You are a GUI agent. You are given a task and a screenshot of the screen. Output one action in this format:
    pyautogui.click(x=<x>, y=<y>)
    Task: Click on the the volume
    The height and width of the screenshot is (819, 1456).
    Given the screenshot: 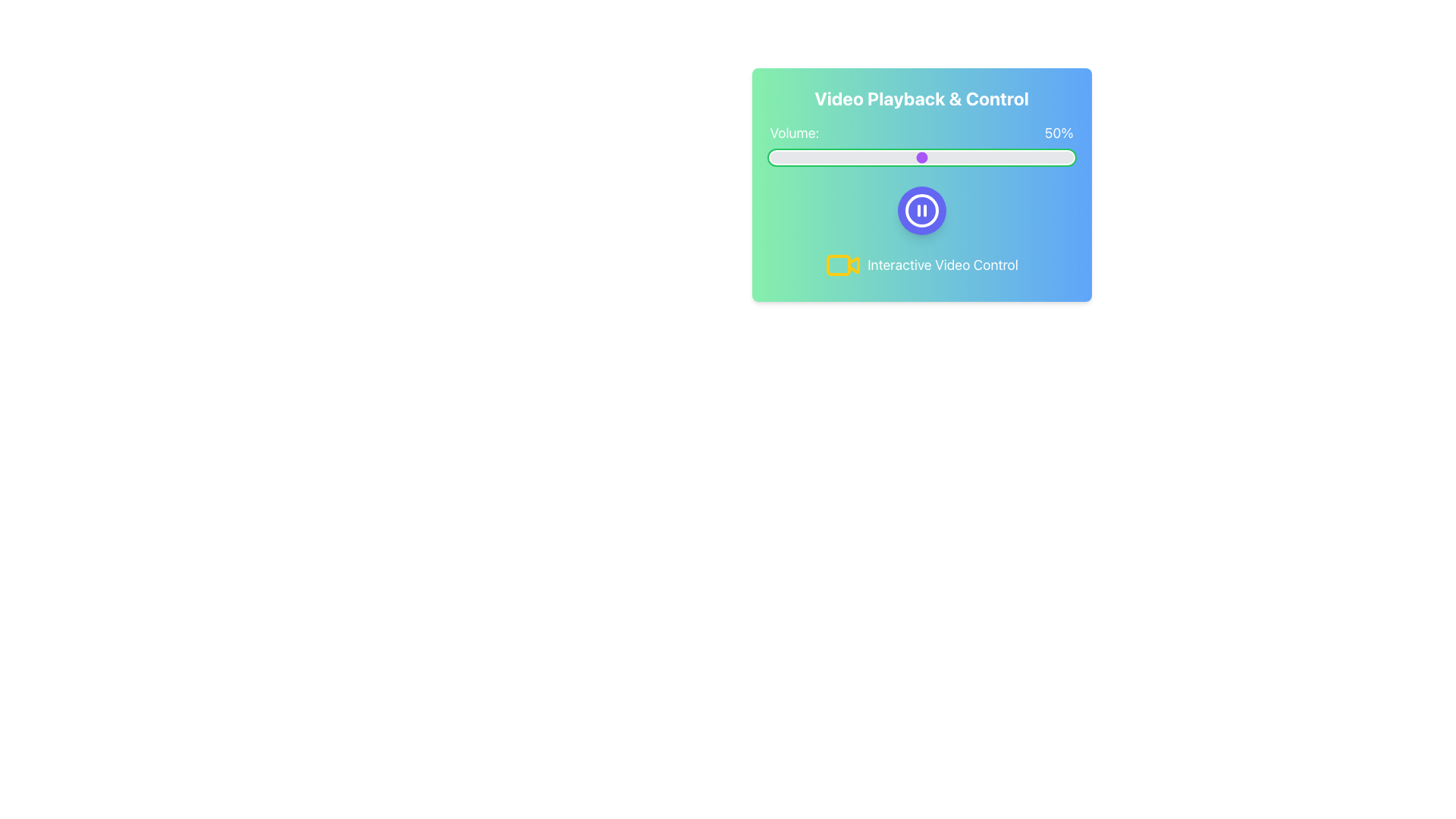 What is the action you would take?
    pyautogui.click(x=906, y=158)
    